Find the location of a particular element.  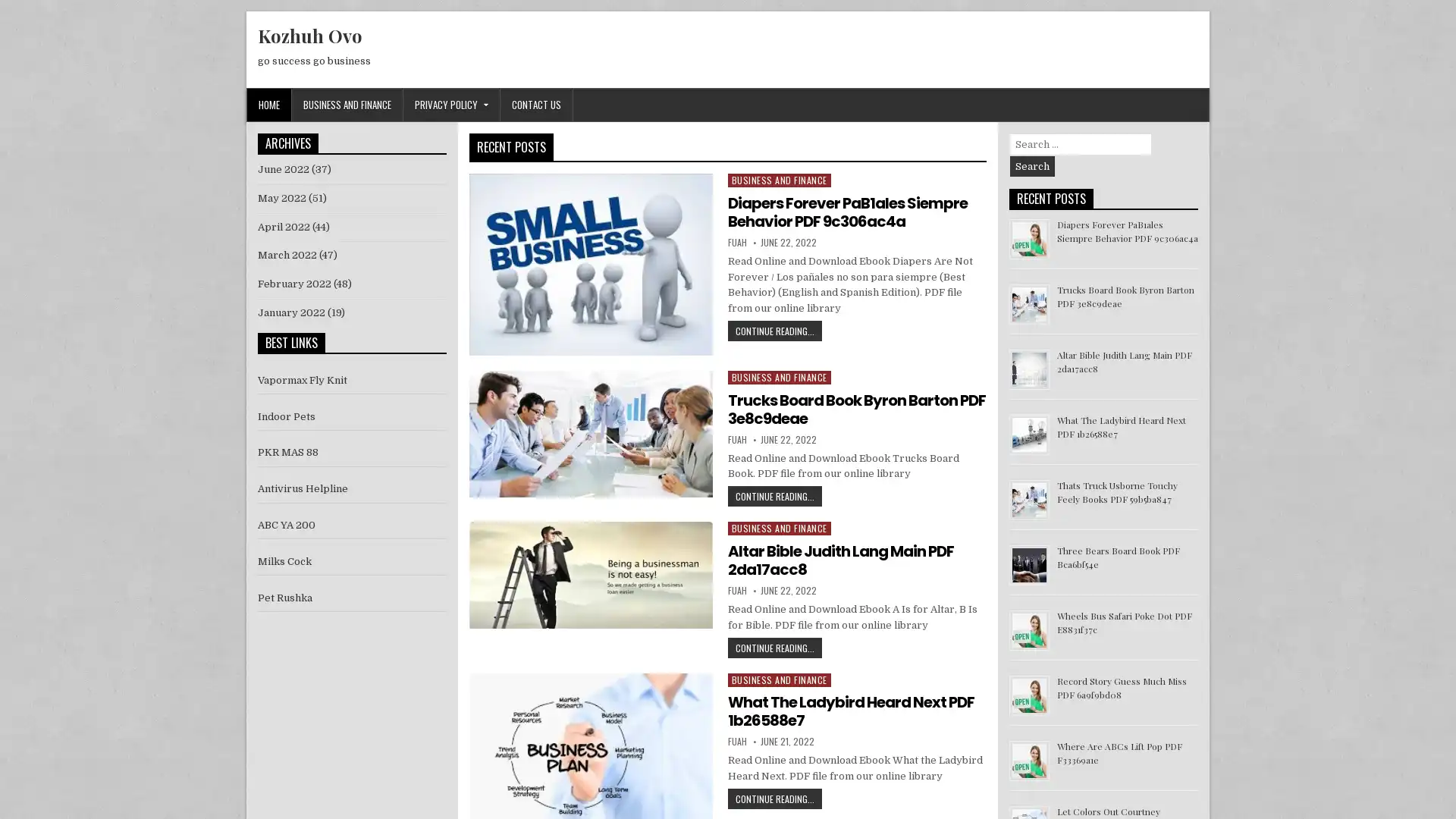

Search is located at coordinates (1031, 166).